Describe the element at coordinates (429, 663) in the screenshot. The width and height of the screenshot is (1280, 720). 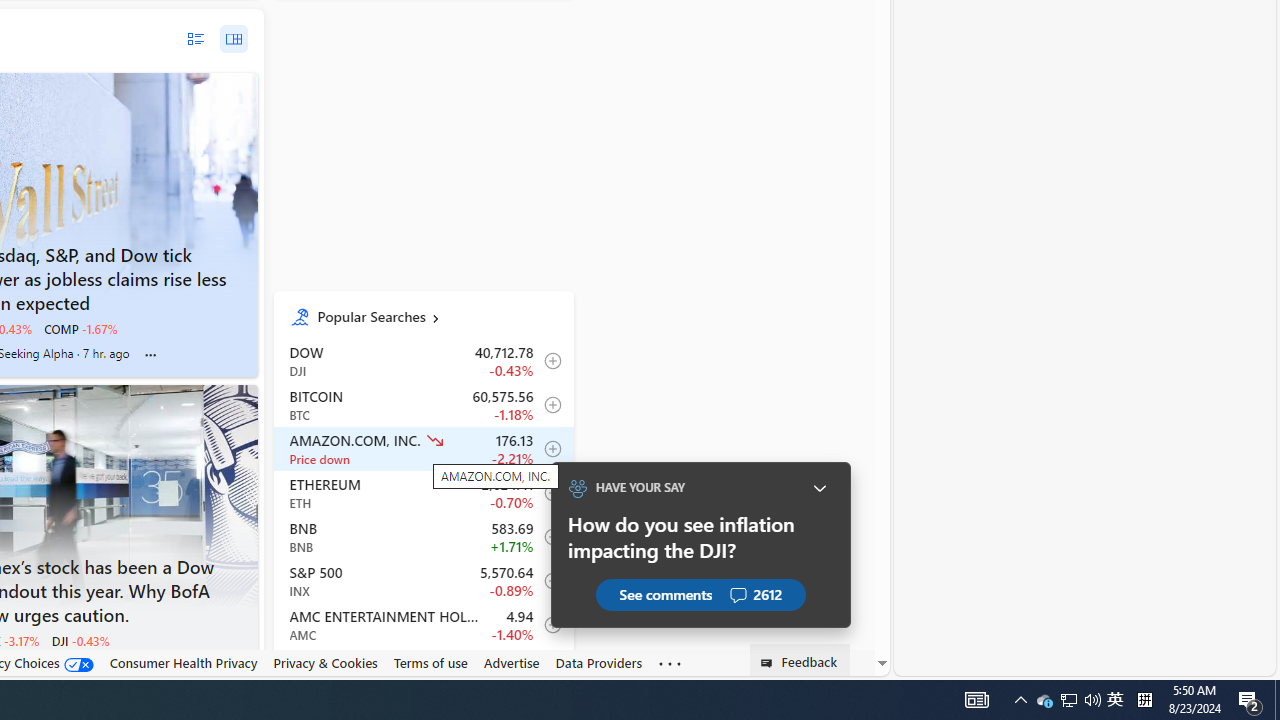
I see `'Terms of use'` at that location.